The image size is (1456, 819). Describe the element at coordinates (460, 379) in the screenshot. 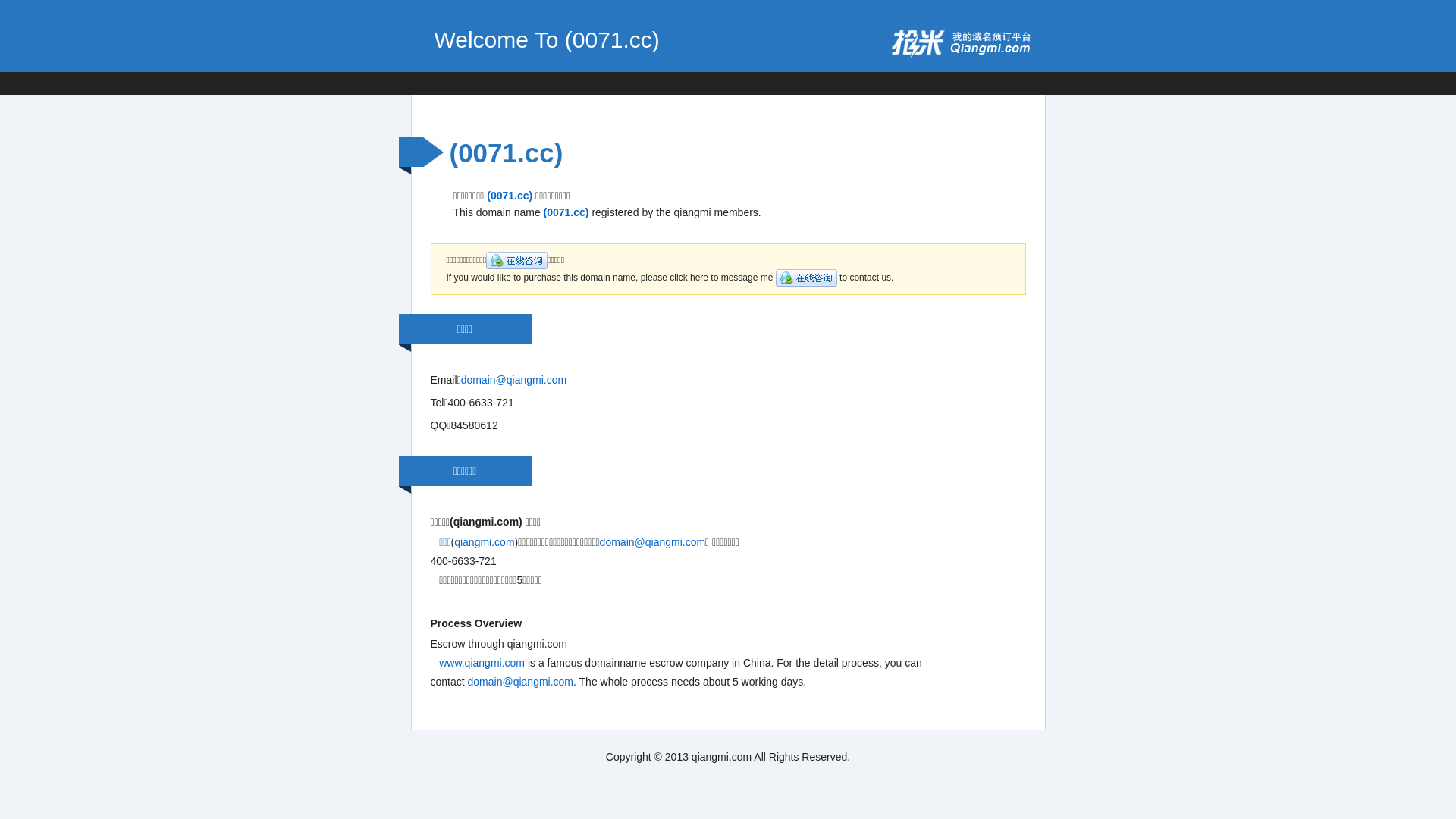

I see `'domain@qiangmi.com'` at that location.